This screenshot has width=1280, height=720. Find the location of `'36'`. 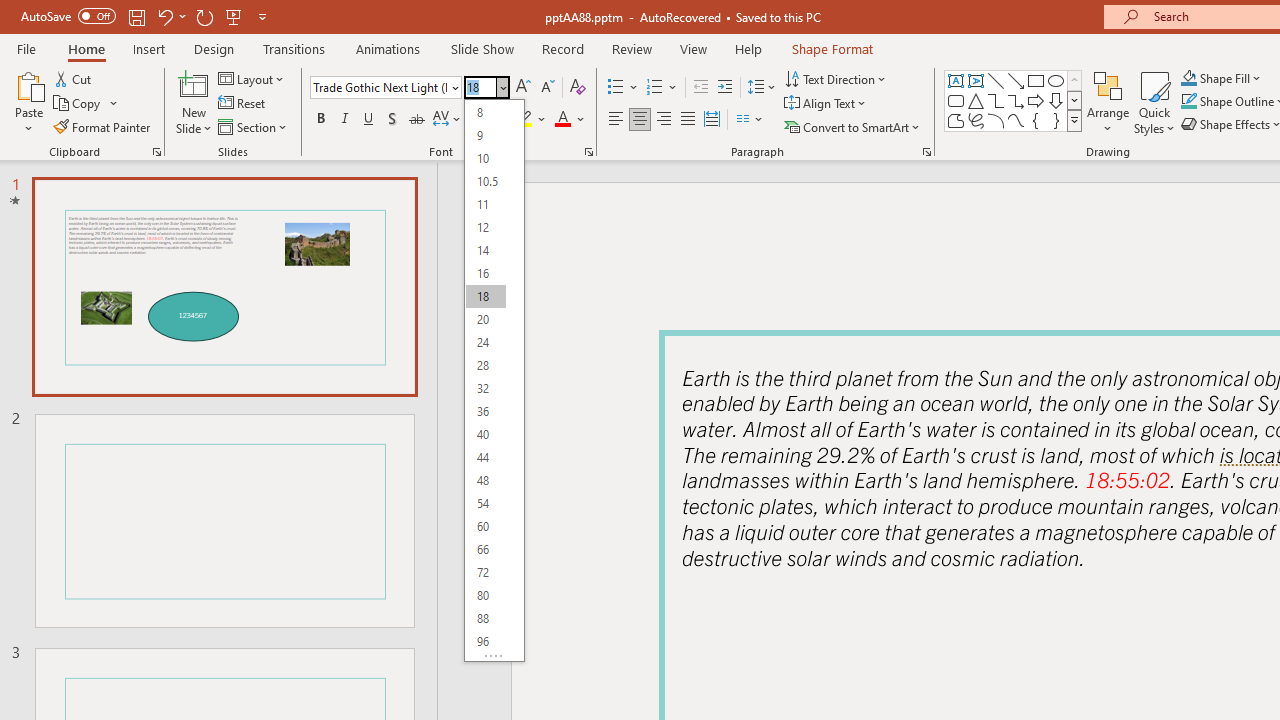

'36' is located at coordinates (485, 410).